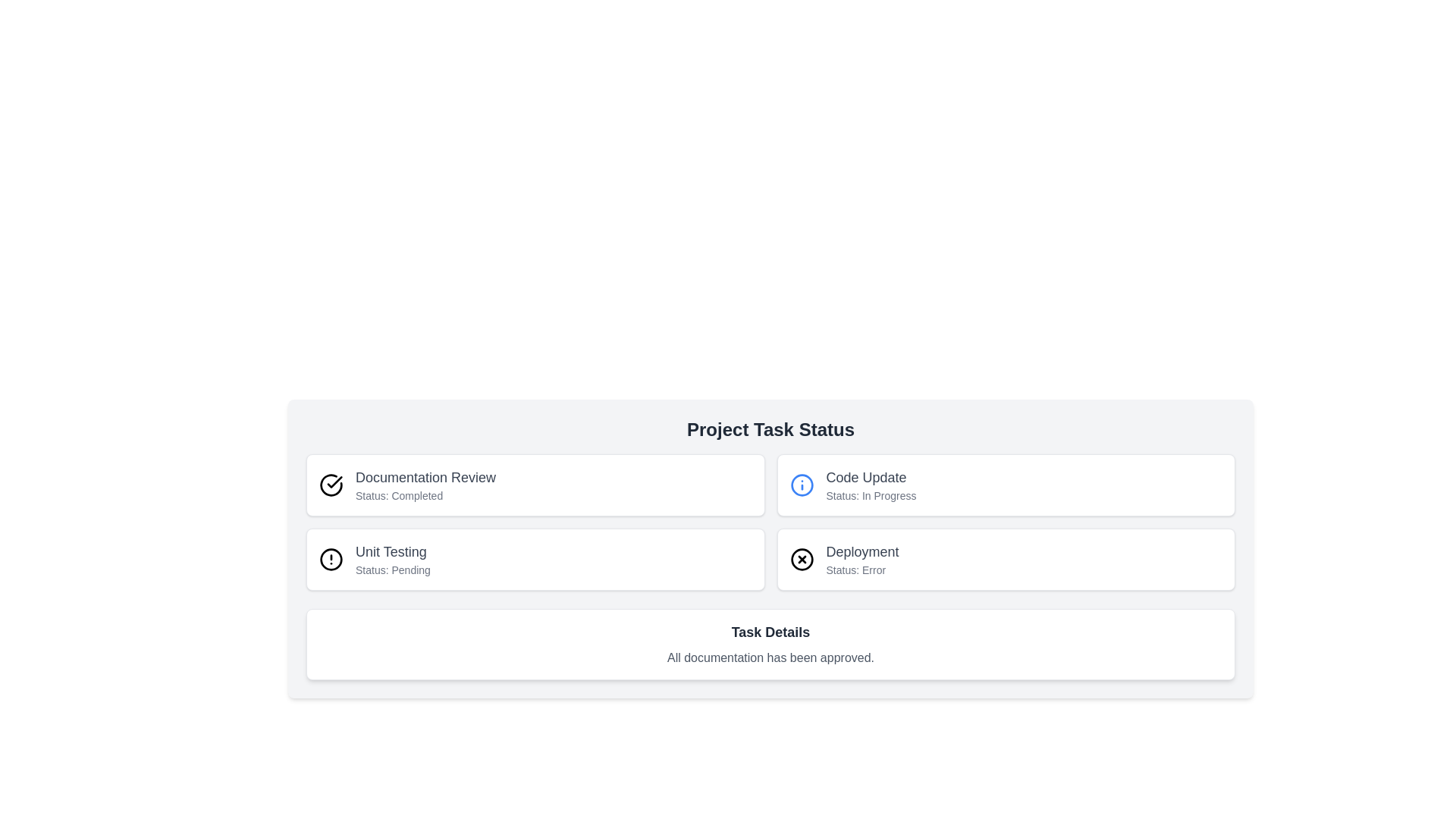 The width and height of the screenshot is (1456, 819). I want to click on the Text Label that indicates the task name 'Code Update' and its current status 'In Progress', located within the 'Project Task Status' group, so click(871, 485).